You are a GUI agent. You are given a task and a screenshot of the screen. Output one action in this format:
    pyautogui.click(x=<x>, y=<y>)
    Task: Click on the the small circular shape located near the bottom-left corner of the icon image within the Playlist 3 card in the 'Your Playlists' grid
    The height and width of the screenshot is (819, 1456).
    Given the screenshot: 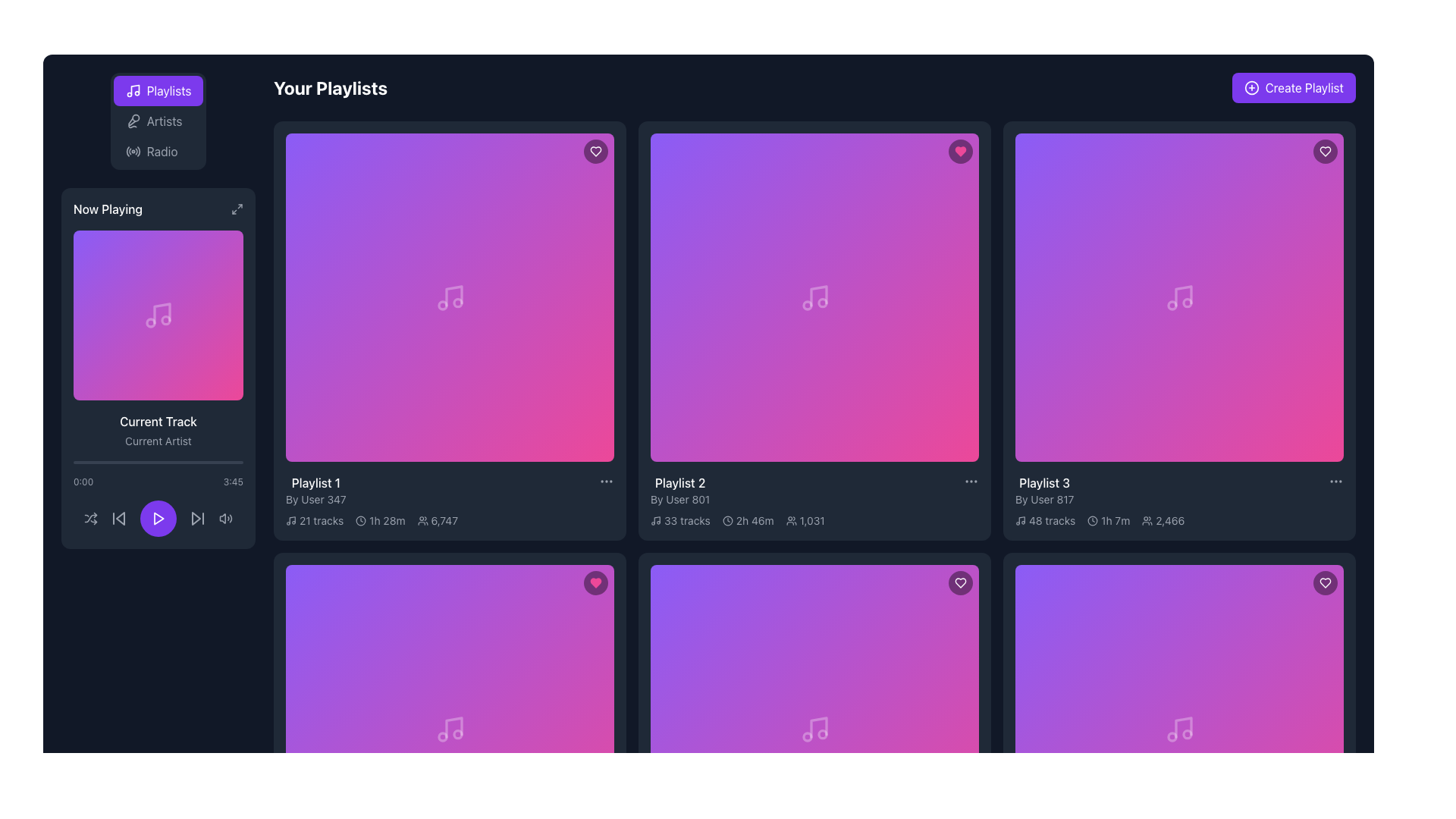 What is the action you would take?
    pyautogui.click(x=1171, y=305)
    